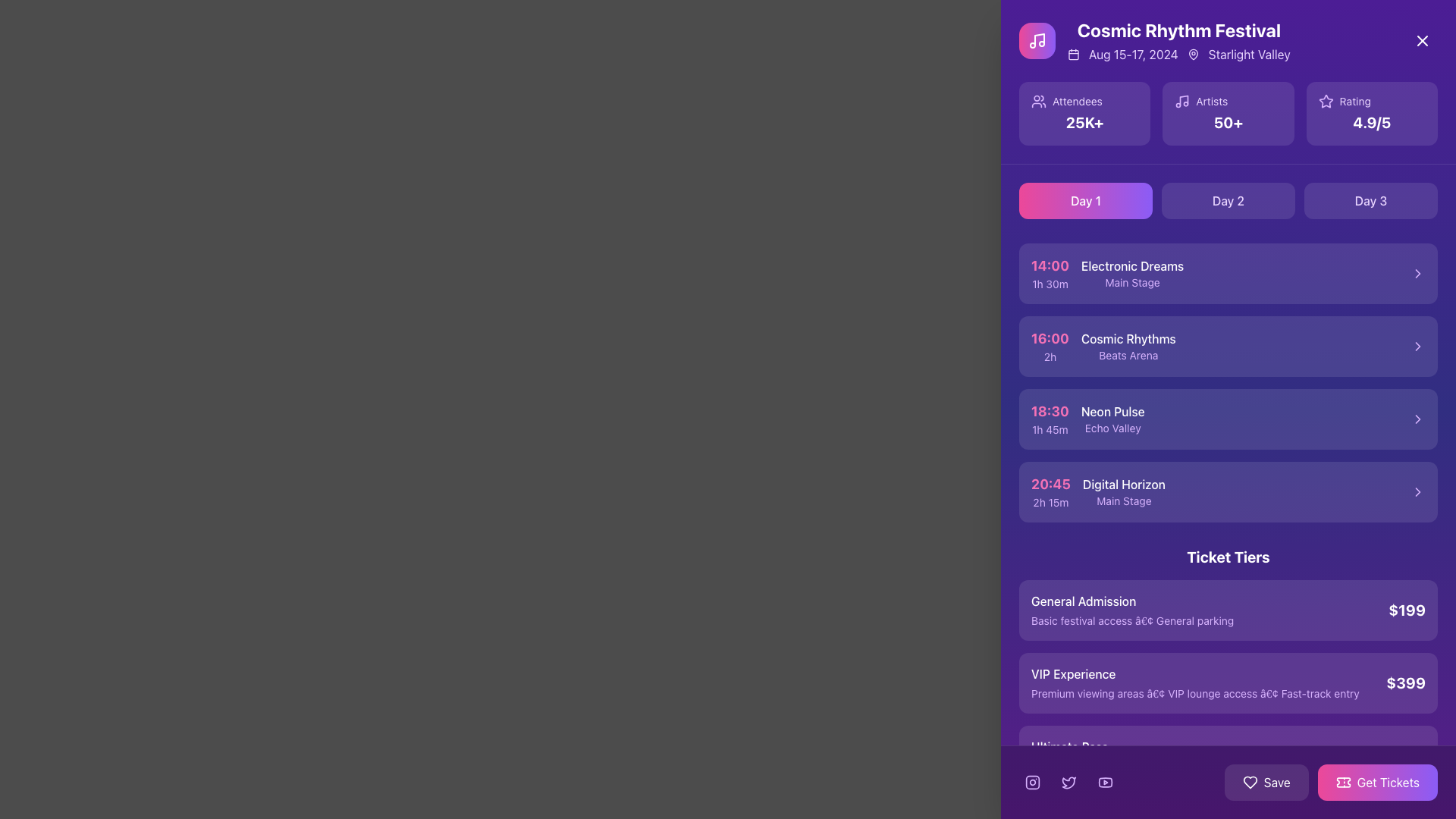 This screenshot has width=1456, height=819. I want to click on the 'VIP Experience' text label, which is displayed in white font on a purple background, so click(1194, 673).